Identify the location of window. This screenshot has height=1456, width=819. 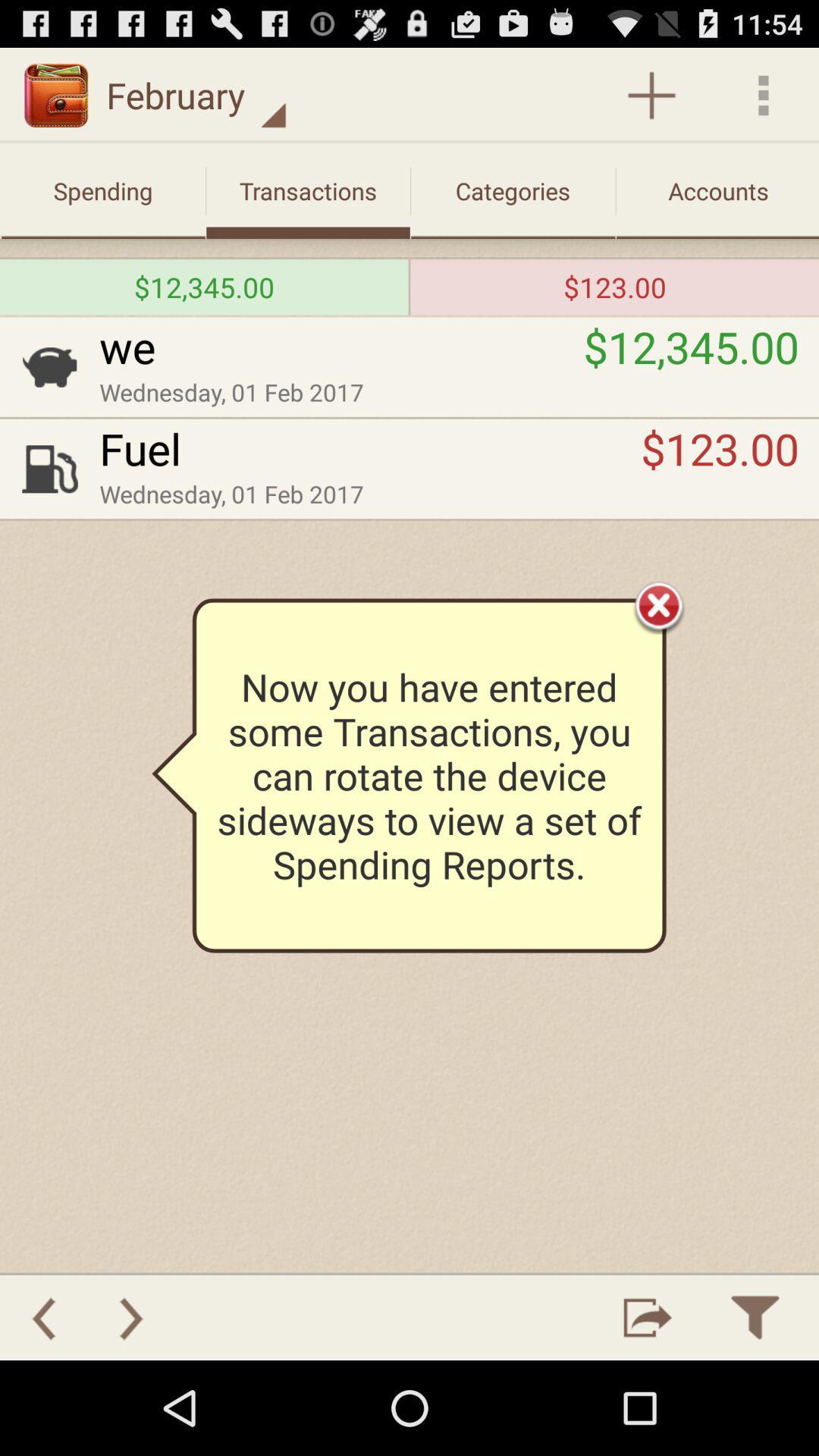
(658, 604).